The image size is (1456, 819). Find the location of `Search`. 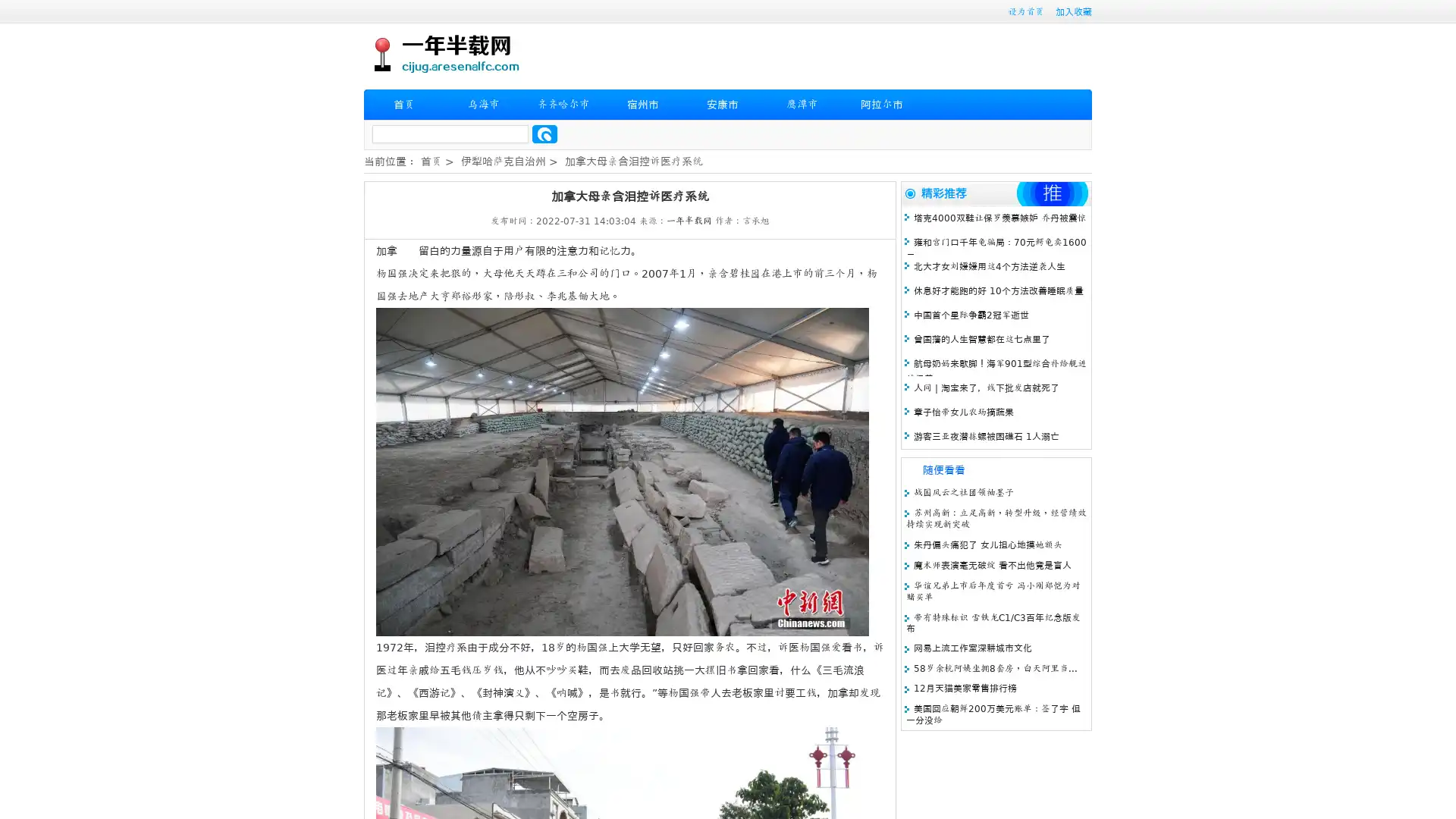

Search is located at coordinates (544, 133).